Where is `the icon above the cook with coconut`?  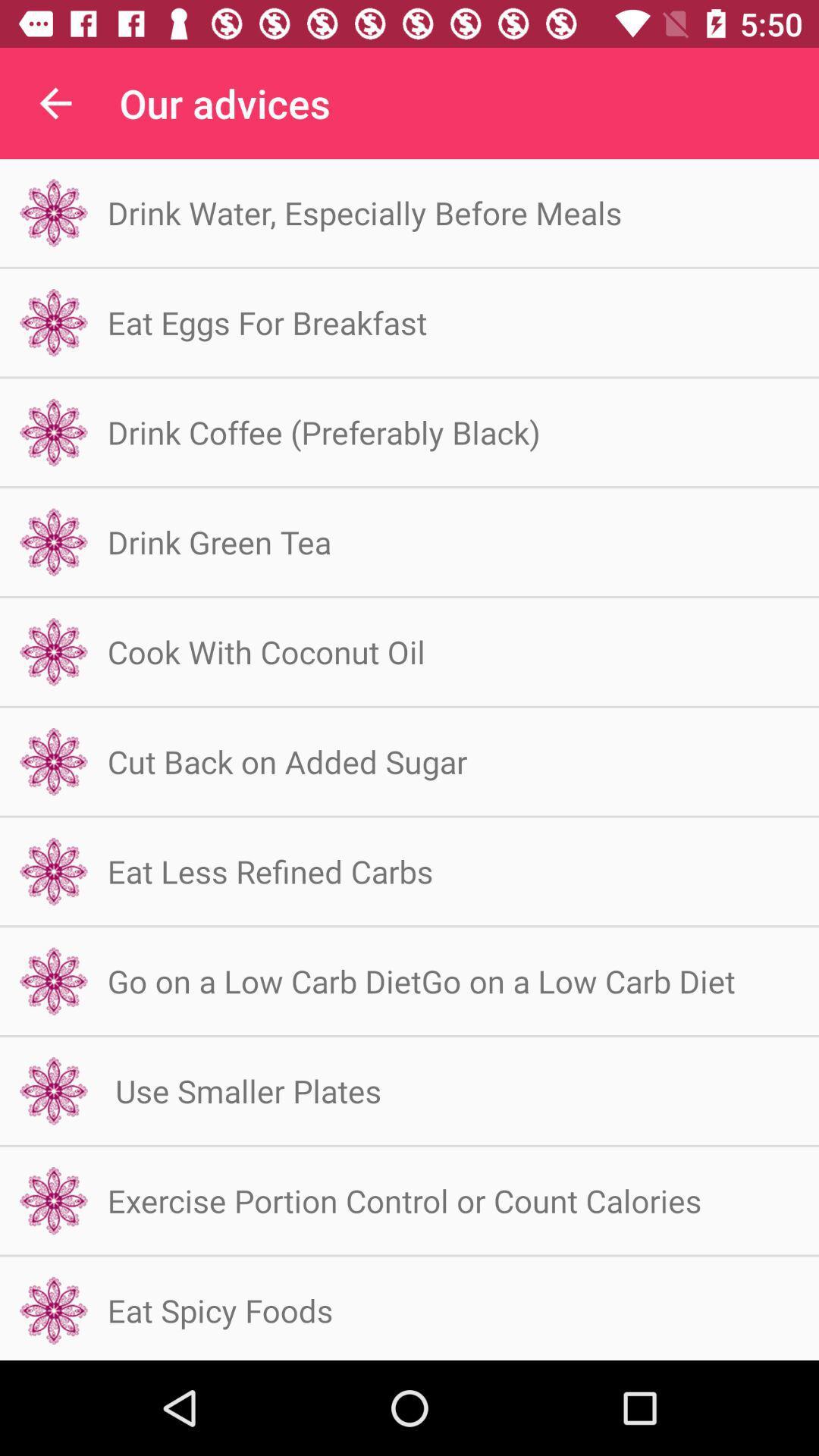 the icon above the cook with coconut is located at coordinates (219, 541).